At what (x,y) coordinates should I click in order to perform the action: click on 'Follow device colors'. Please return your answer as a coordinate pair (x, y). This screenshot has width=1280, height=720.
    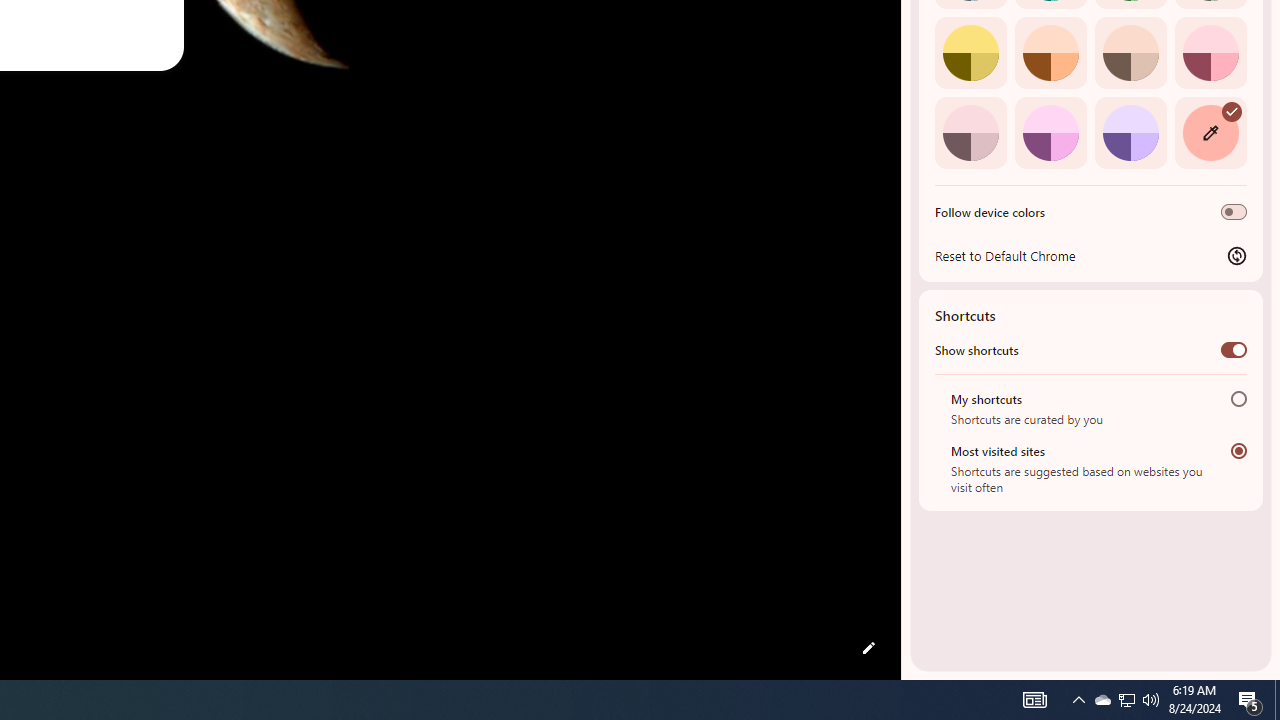
    Looking at the image, I should click on (1232, 211).